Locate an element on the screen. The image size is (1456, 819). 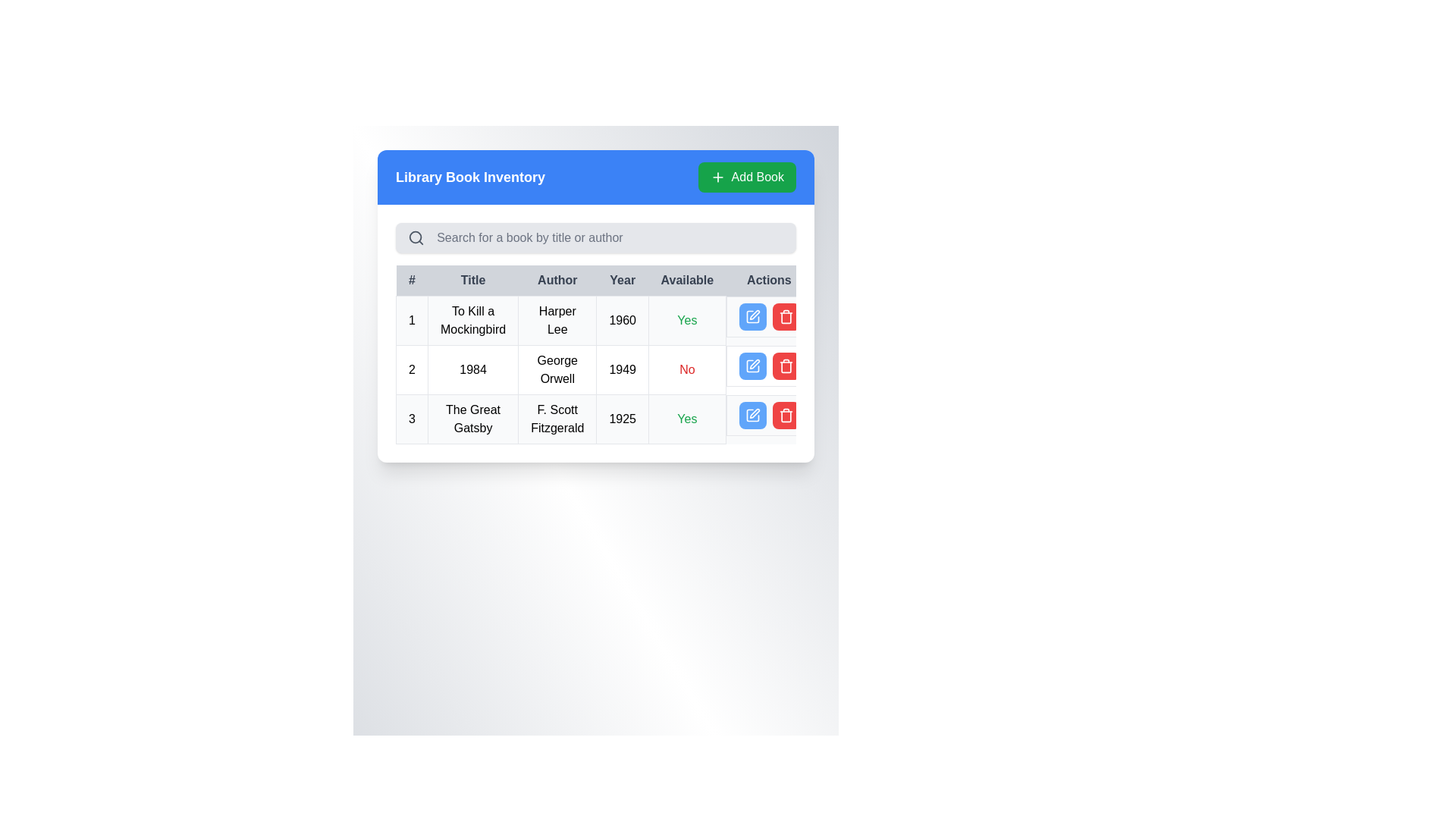
the text label displaying the year '1960' in the 'Year' column of the table for the book 'To Kill a Mockingbird' by 'Harper Lee' is located at coordinates (623, 320).